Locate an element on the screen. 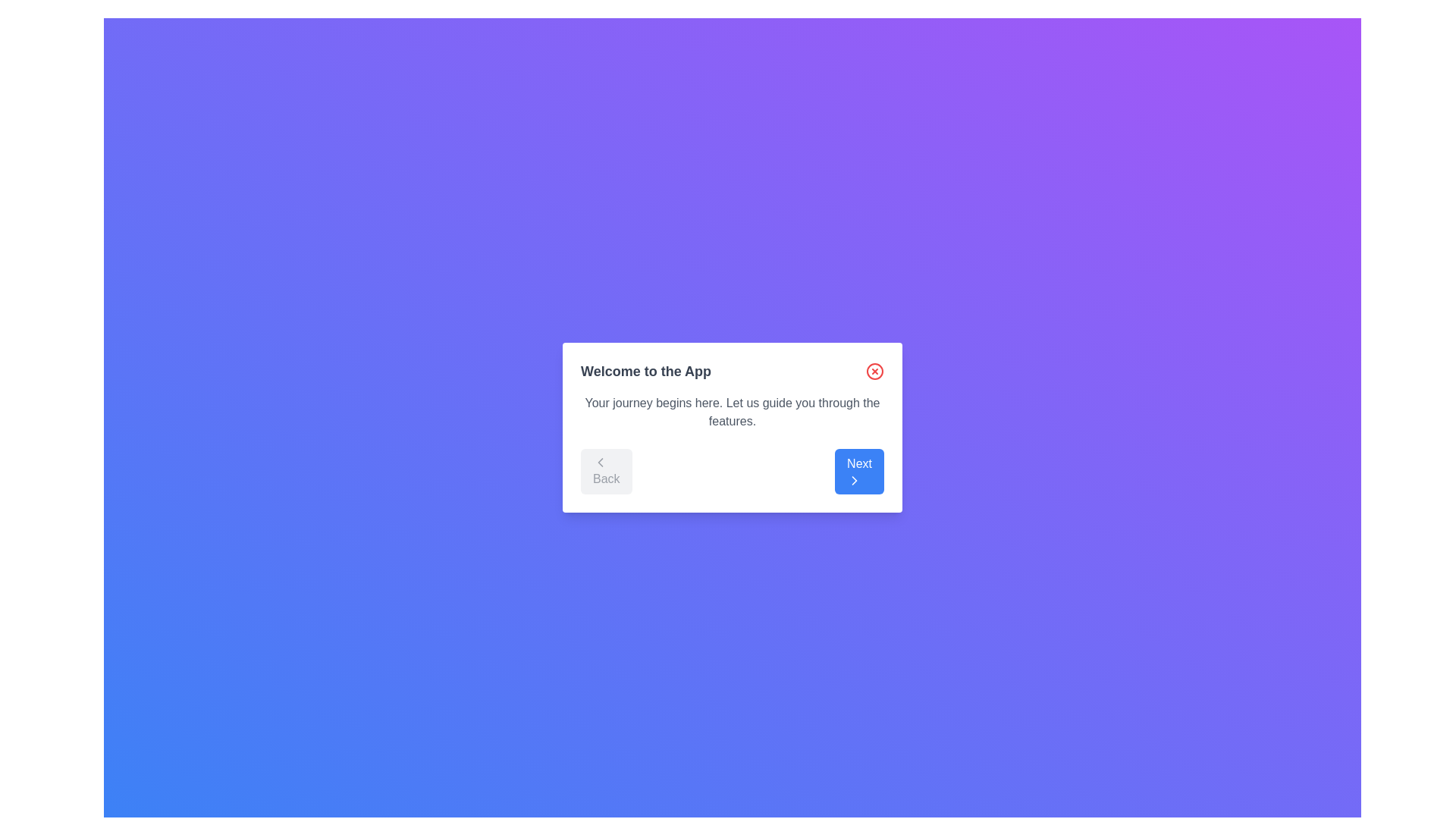 The width and height of the screenshot is (1456, 819). the left arrow icon within the 'Back' button located at the bottom left of the dialog box is located at coordinates (600, 461).